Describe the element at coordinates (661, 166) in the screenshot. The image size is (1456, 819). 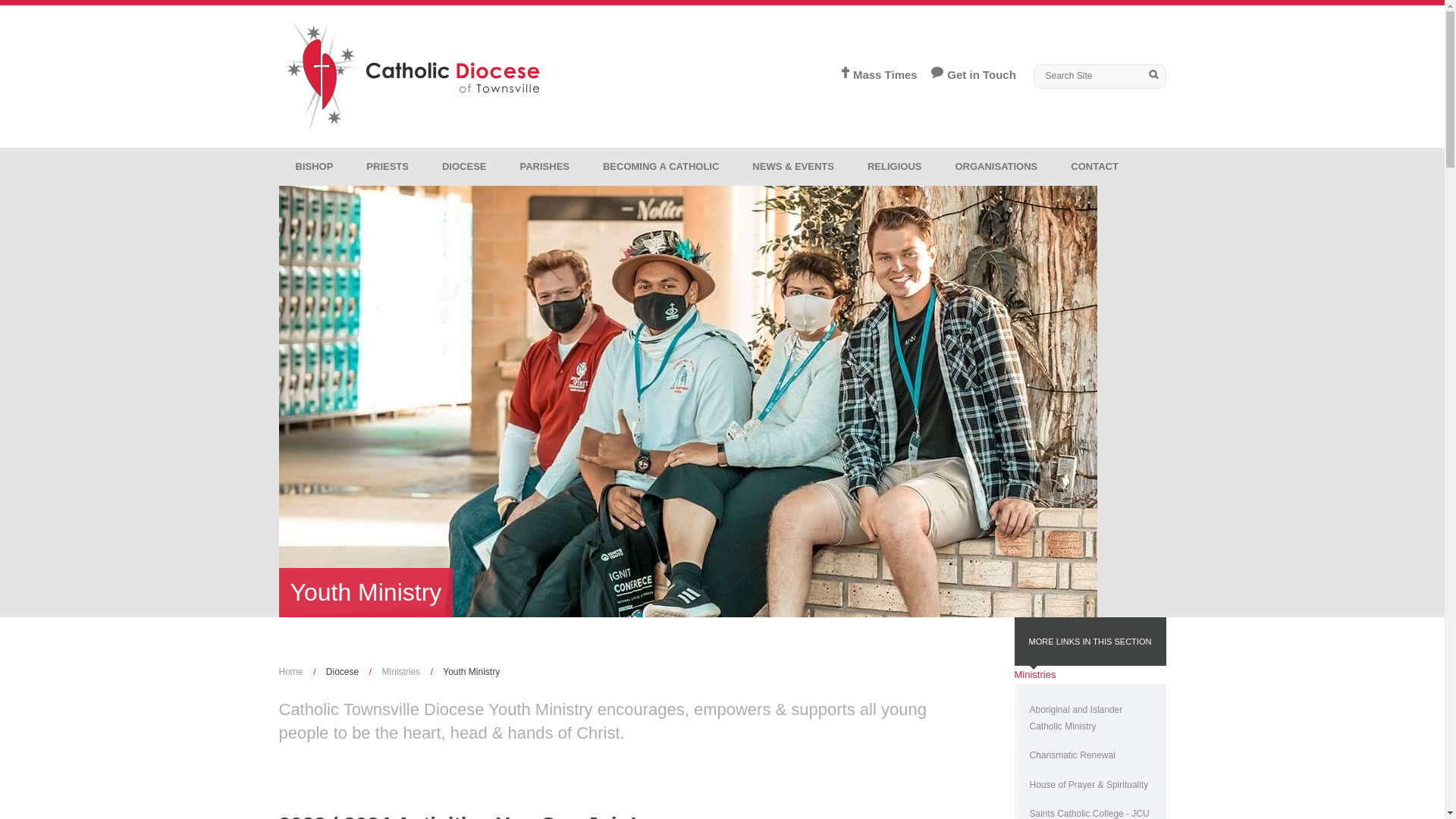
I see `'BECOMING A CATHOLIC'` at that location.